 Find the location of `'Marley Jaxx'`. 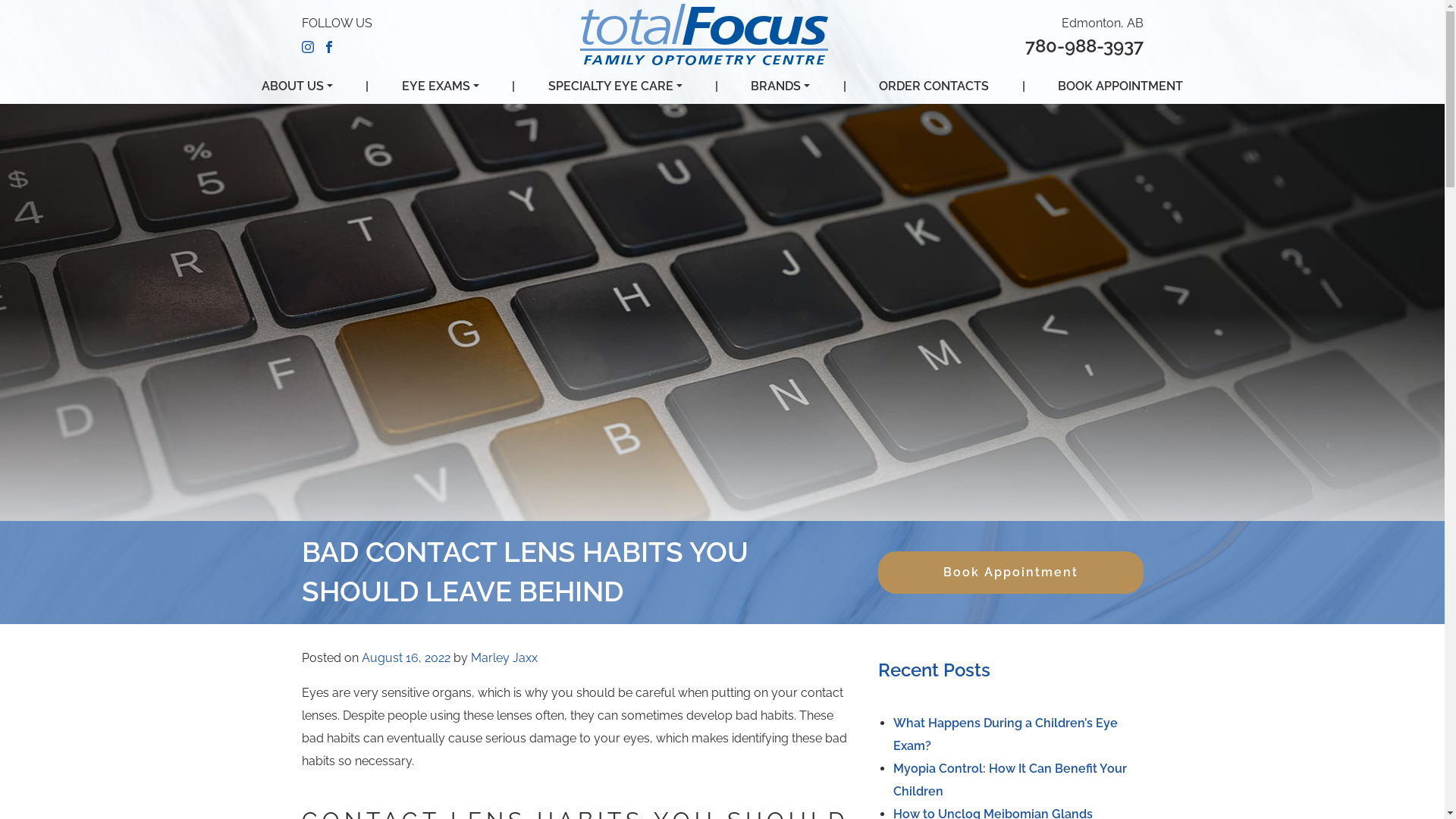

'Marley Jaxx' is located at coordinates (503, 657).